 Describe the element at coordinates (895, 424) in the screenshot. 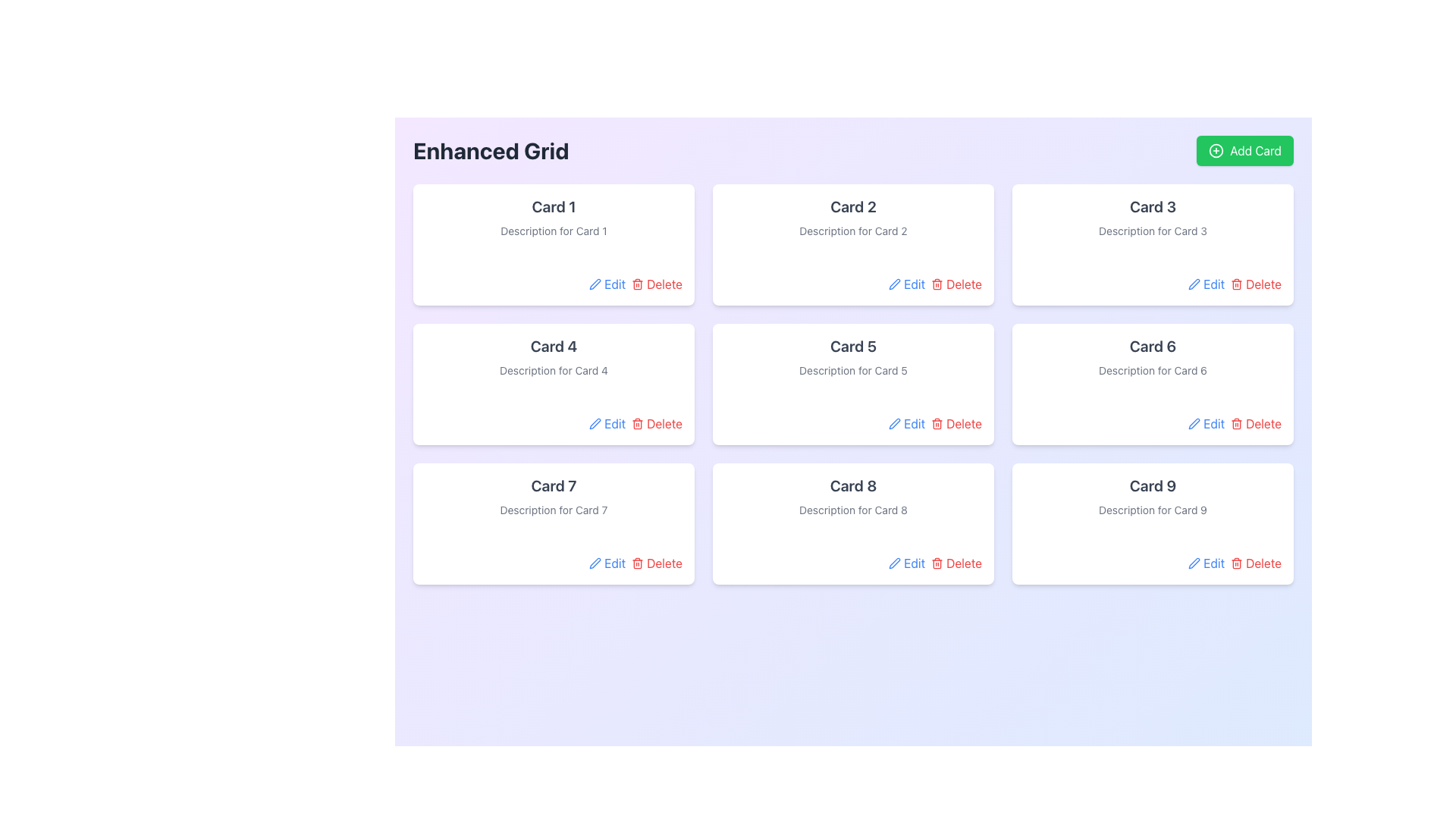

I see `the edit action icon located to the left of the 'Edit' label in the action bar at the bottom of Card 5` at that location.